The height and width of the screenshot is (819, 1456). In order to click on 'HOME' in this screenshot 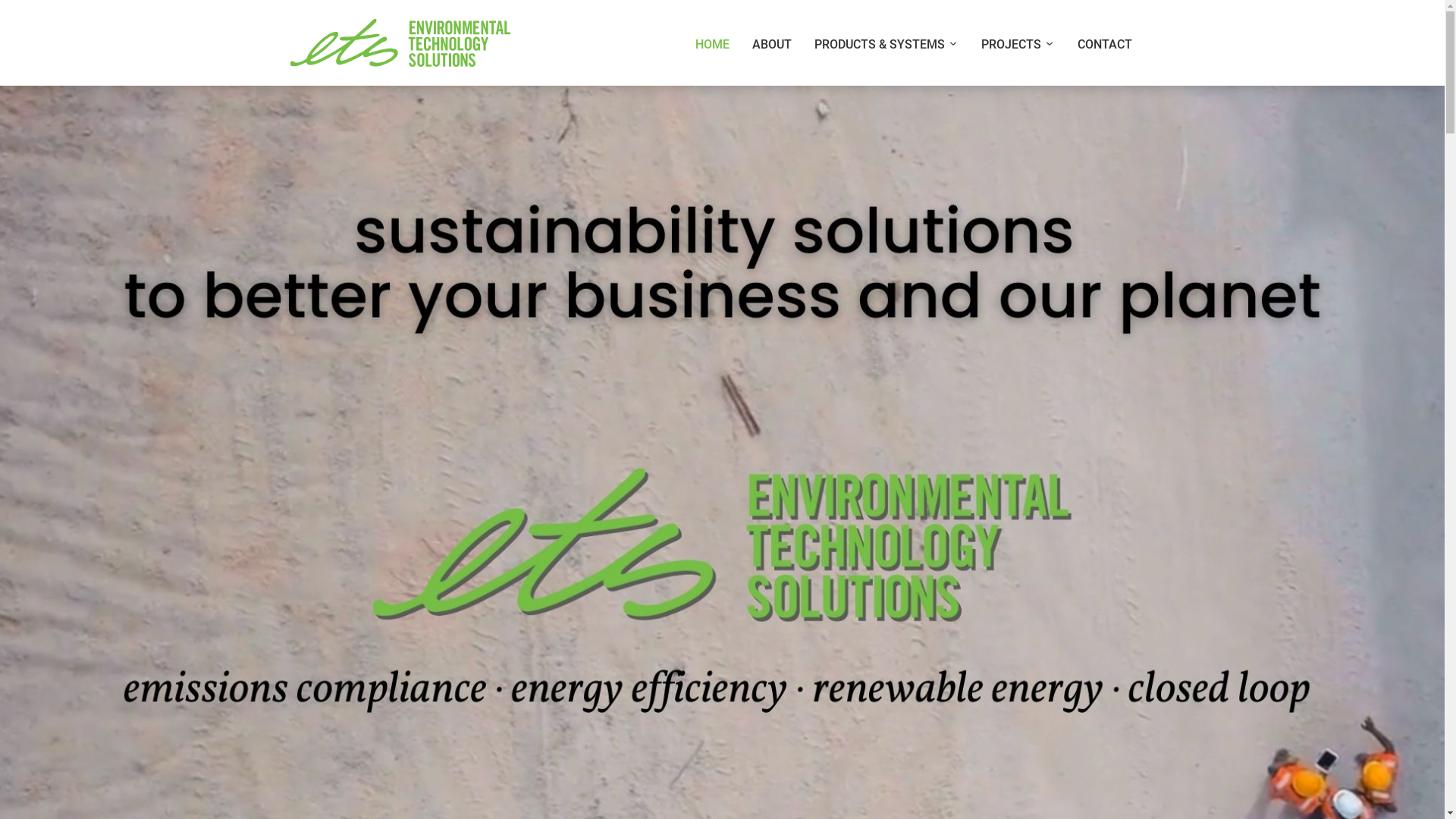, I will do `click(711, 43)`.